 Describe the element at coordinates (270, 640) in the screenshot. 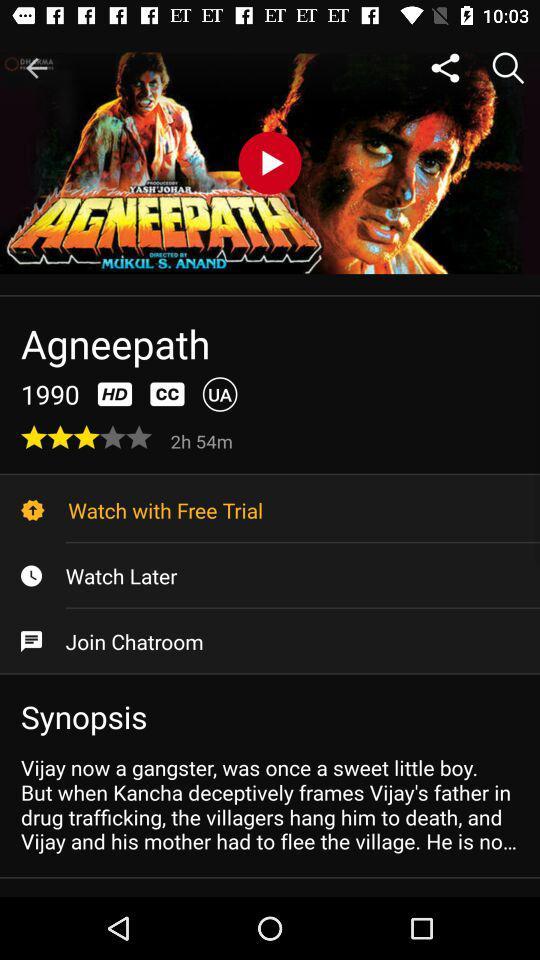

I see `item above the synopsis icon` at that location.